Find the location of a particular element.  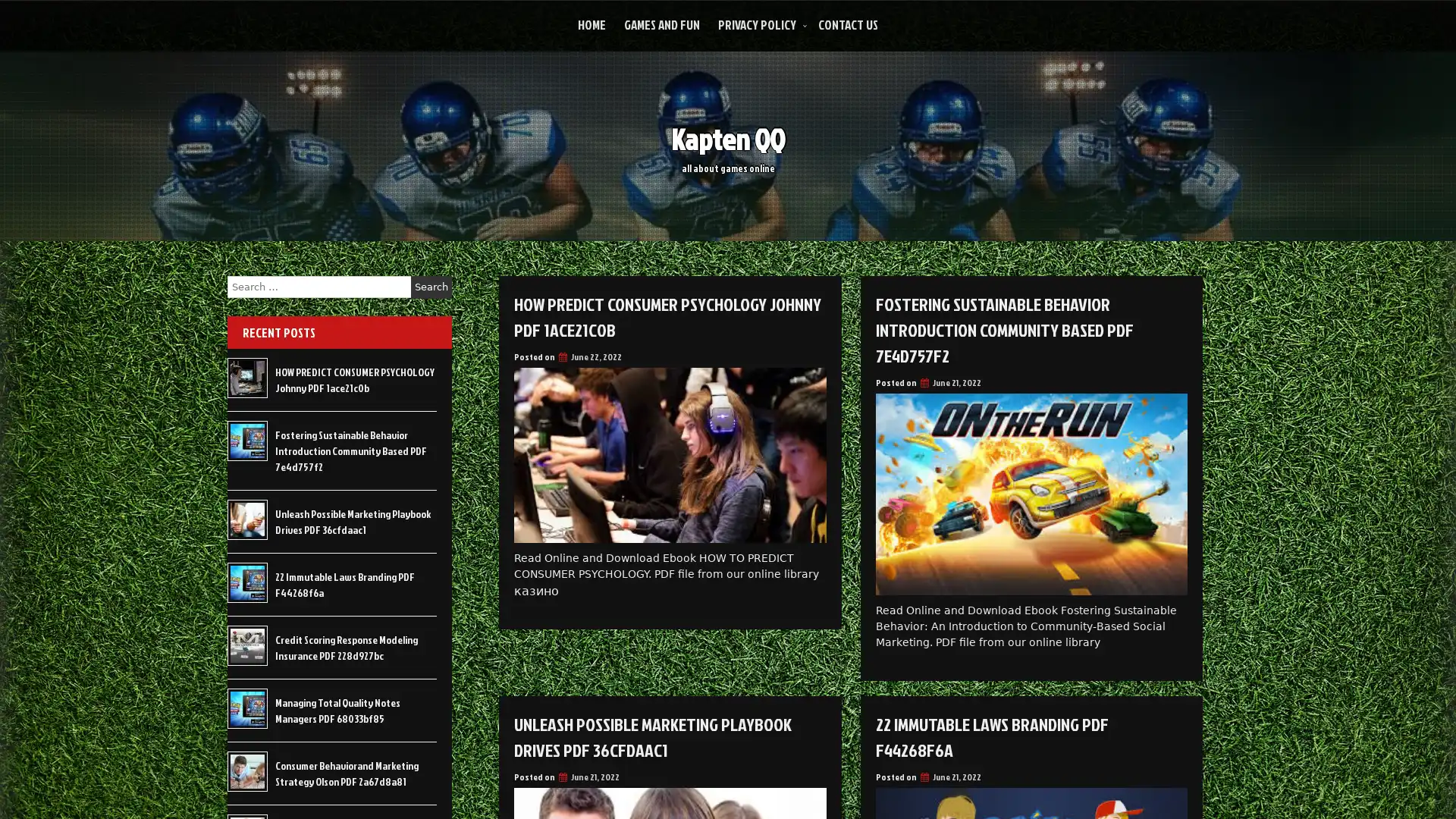

Search is located at coordinates (431, 287).